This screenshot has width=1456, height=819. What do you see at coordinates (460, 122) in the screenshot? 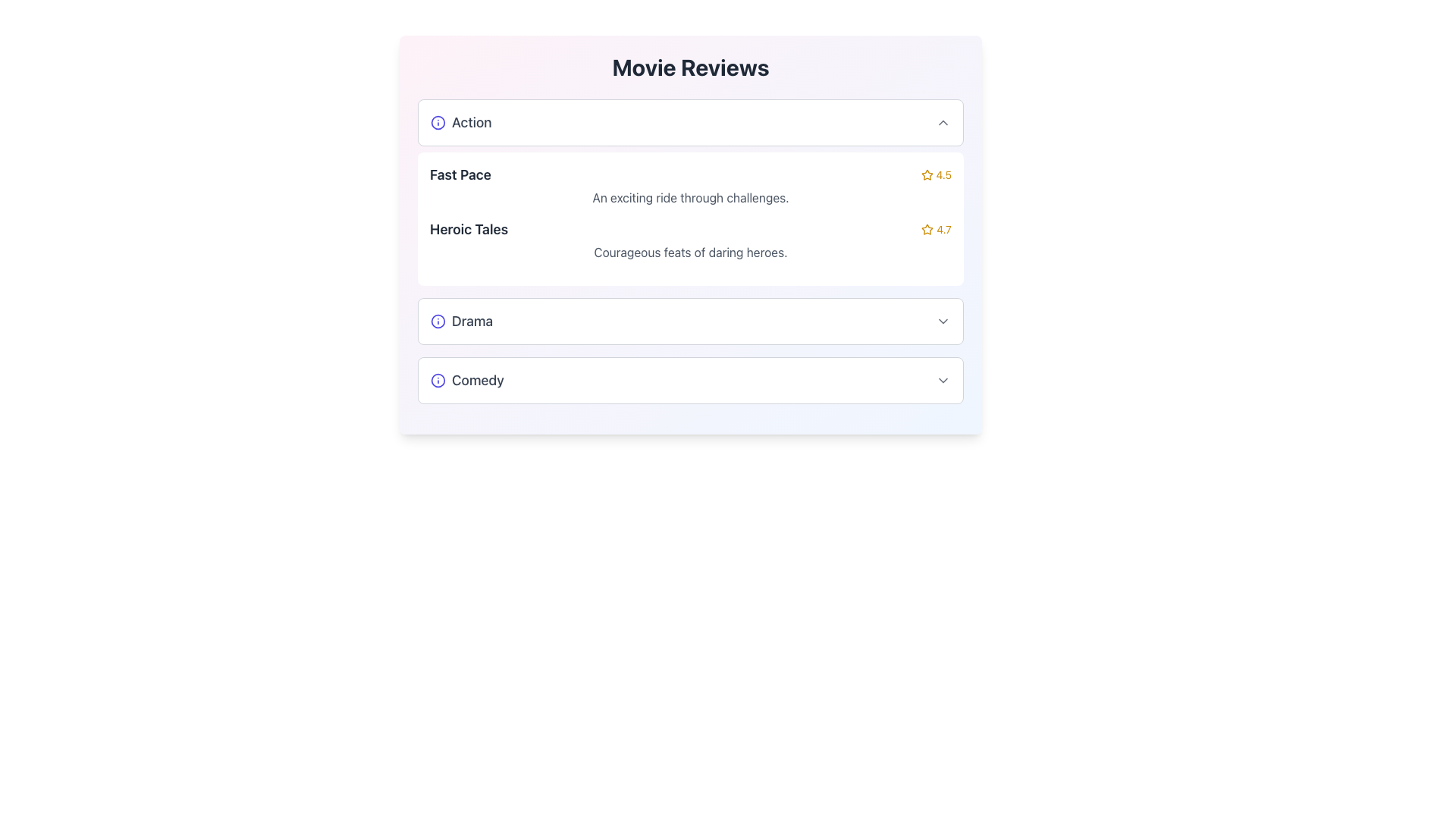
I see `text contents of the Text Label that denotes a category for items under the 'Movie Reviews' header, positioned at the top-left of the section labeled 'Action'` at bounding box center [460, 122].